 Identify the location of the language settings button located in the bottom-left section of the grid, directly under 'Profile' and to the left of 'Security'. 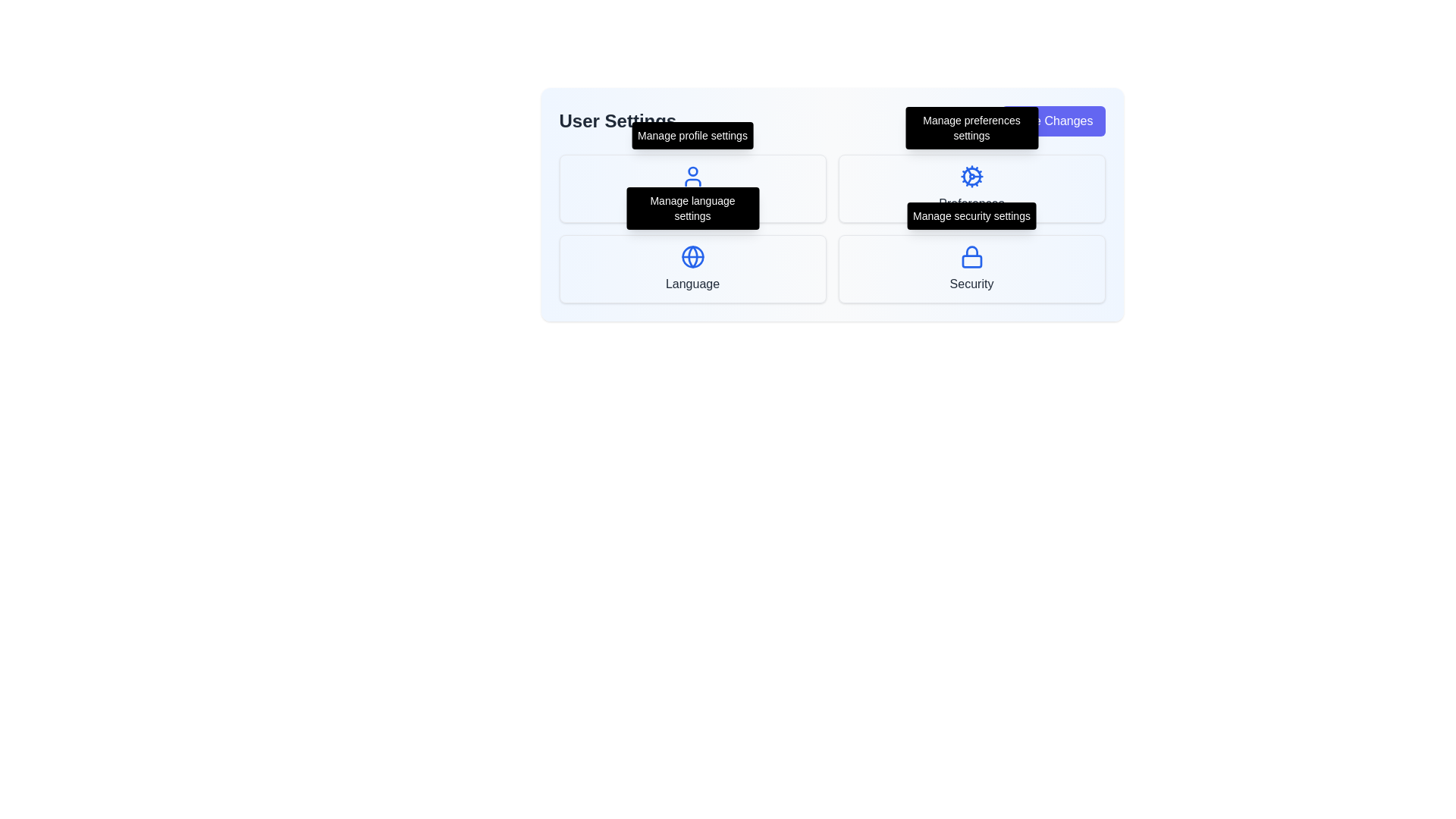
(692, 268).